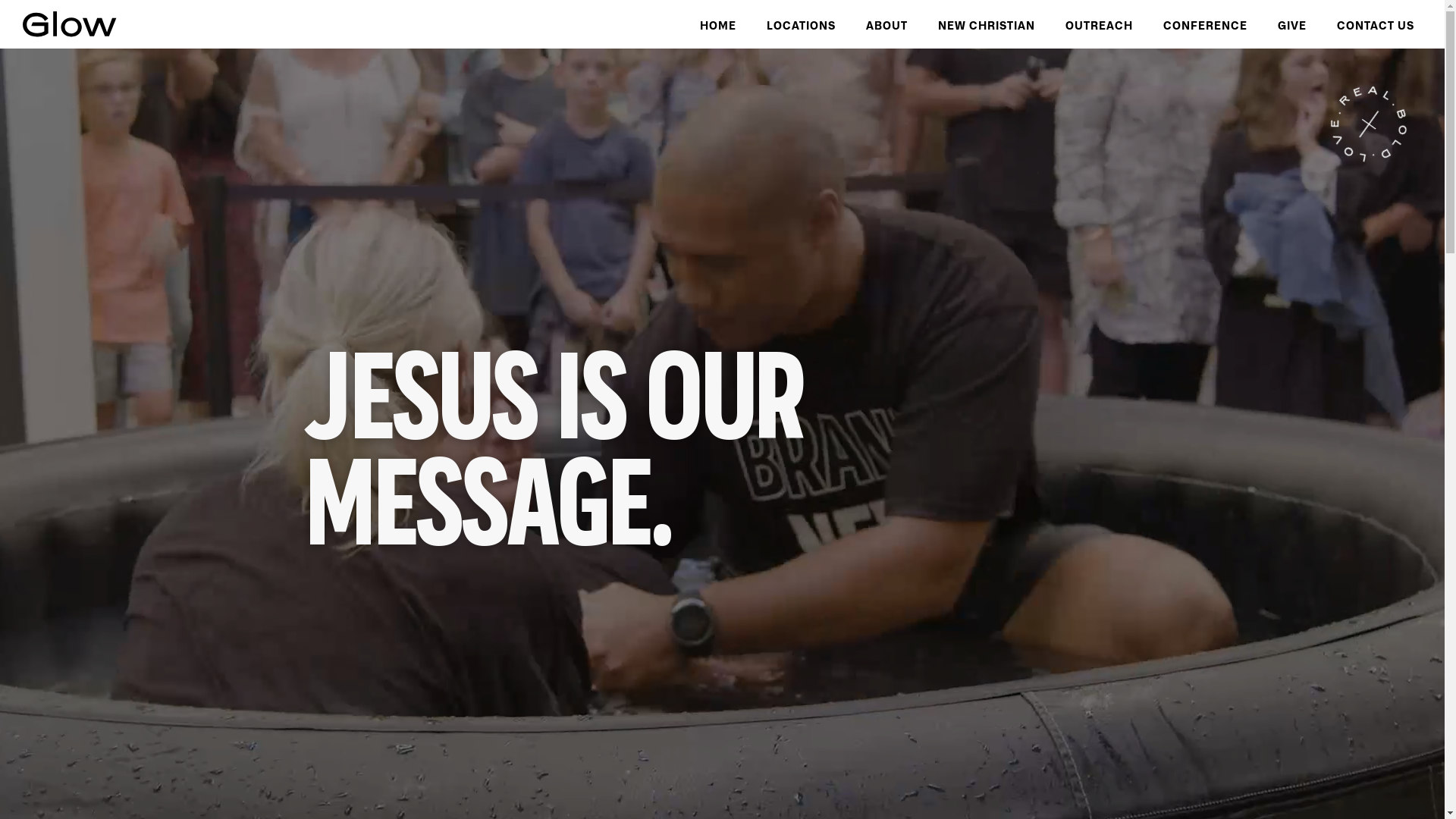 The height and width of the screenshot is (819, 1456). I want to click on 'NEW CHRISTIAN', so click(986, 24).